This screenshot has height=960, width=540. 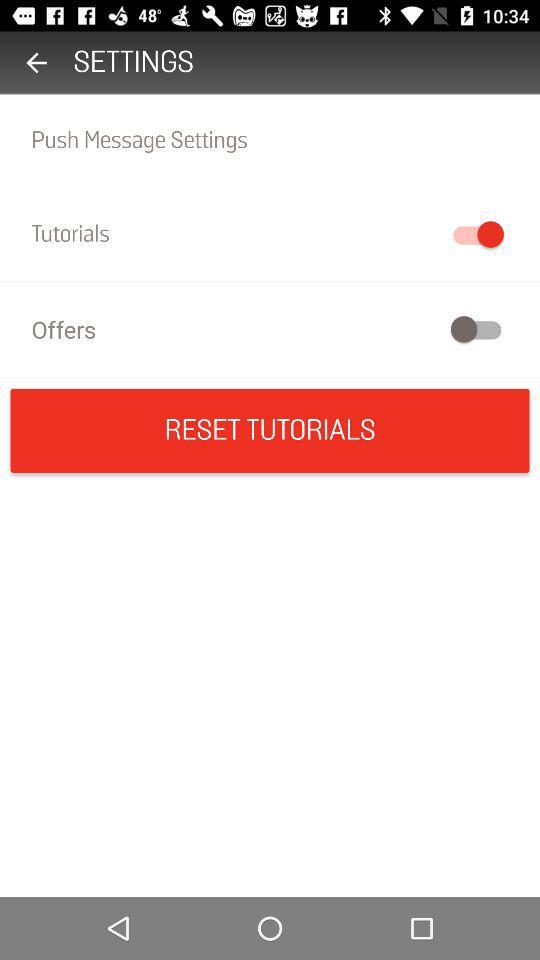 What do you see at coordinates (270, 329) in the screenshot?
I see `offers` at bounding box center [270, 329].